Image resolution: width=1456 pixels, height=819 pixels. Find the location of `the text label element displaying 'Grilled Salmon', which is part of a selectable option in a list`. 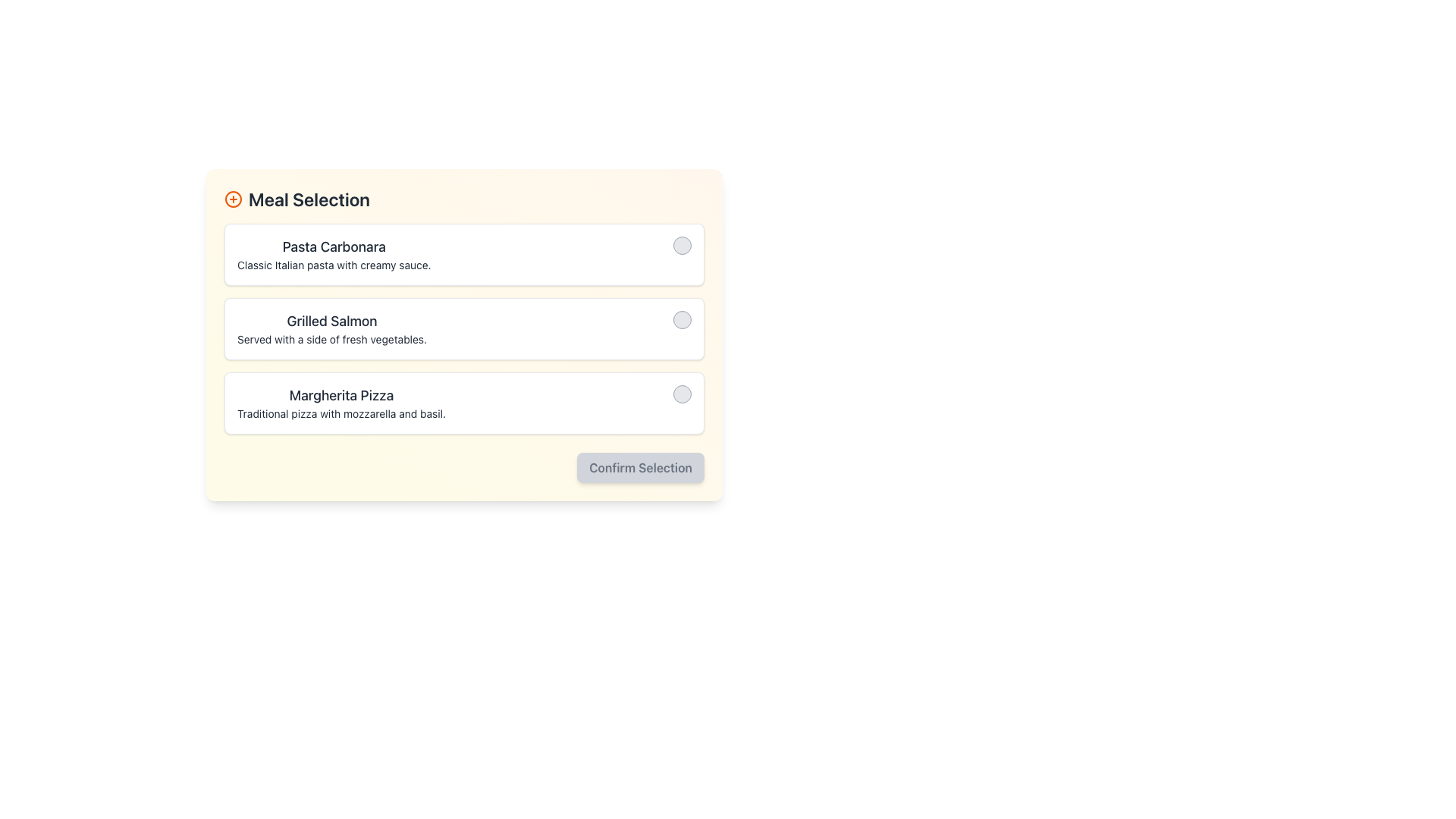

the text label element displaying 'Grilled Salmon', which is part of a selectable option in a list is located at coordinates (331, 328).